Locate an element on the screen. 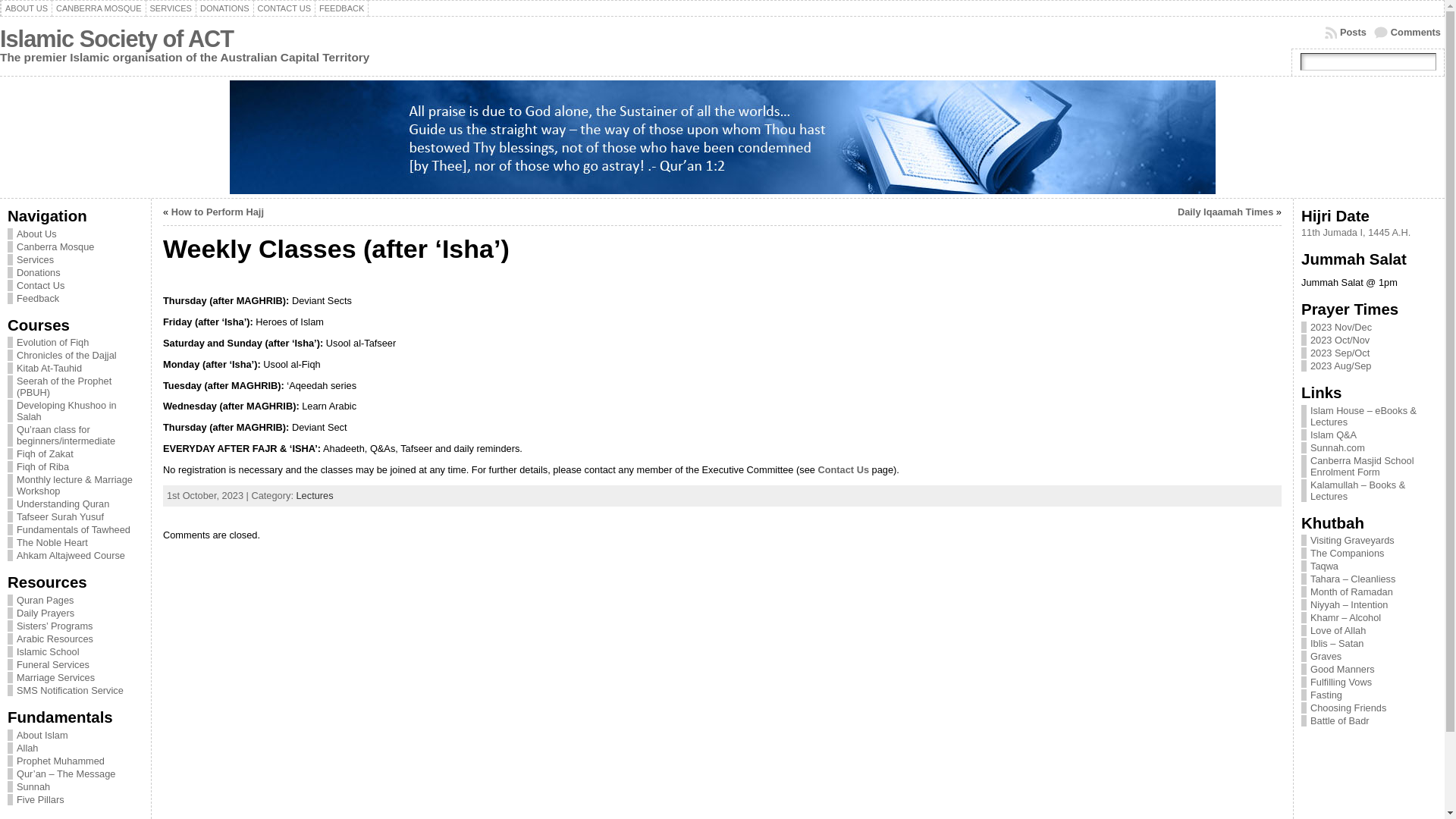 The height and width of the screenshot is (819, 1456). 'Fasting' is located at coordinates (1325, 695).